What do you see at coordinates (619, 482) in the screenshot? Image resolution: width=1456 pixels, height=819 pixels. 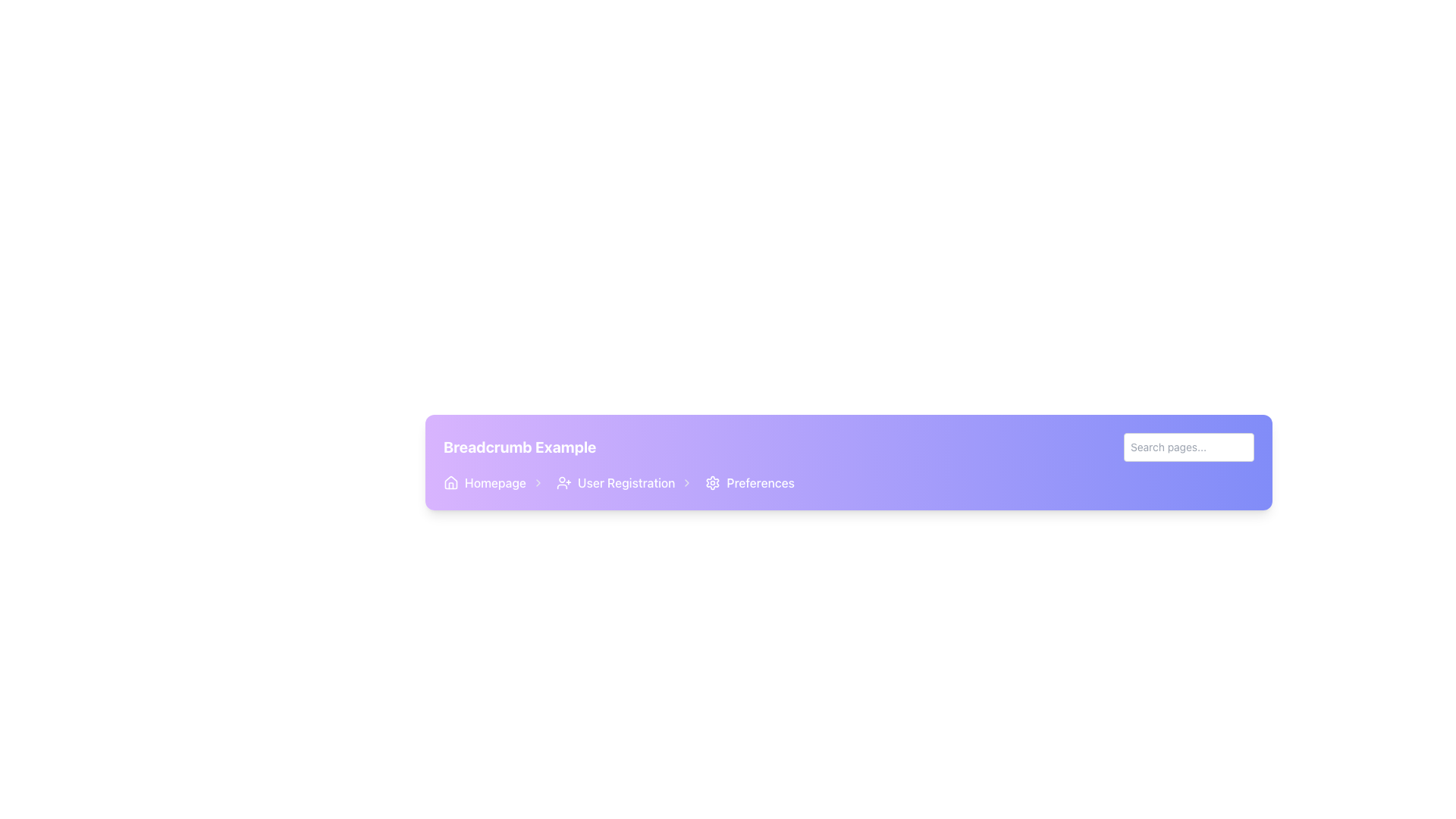 I see `the 'User Registration' link in the breadcrumb navigation bar` at bounding box center [619, 482].